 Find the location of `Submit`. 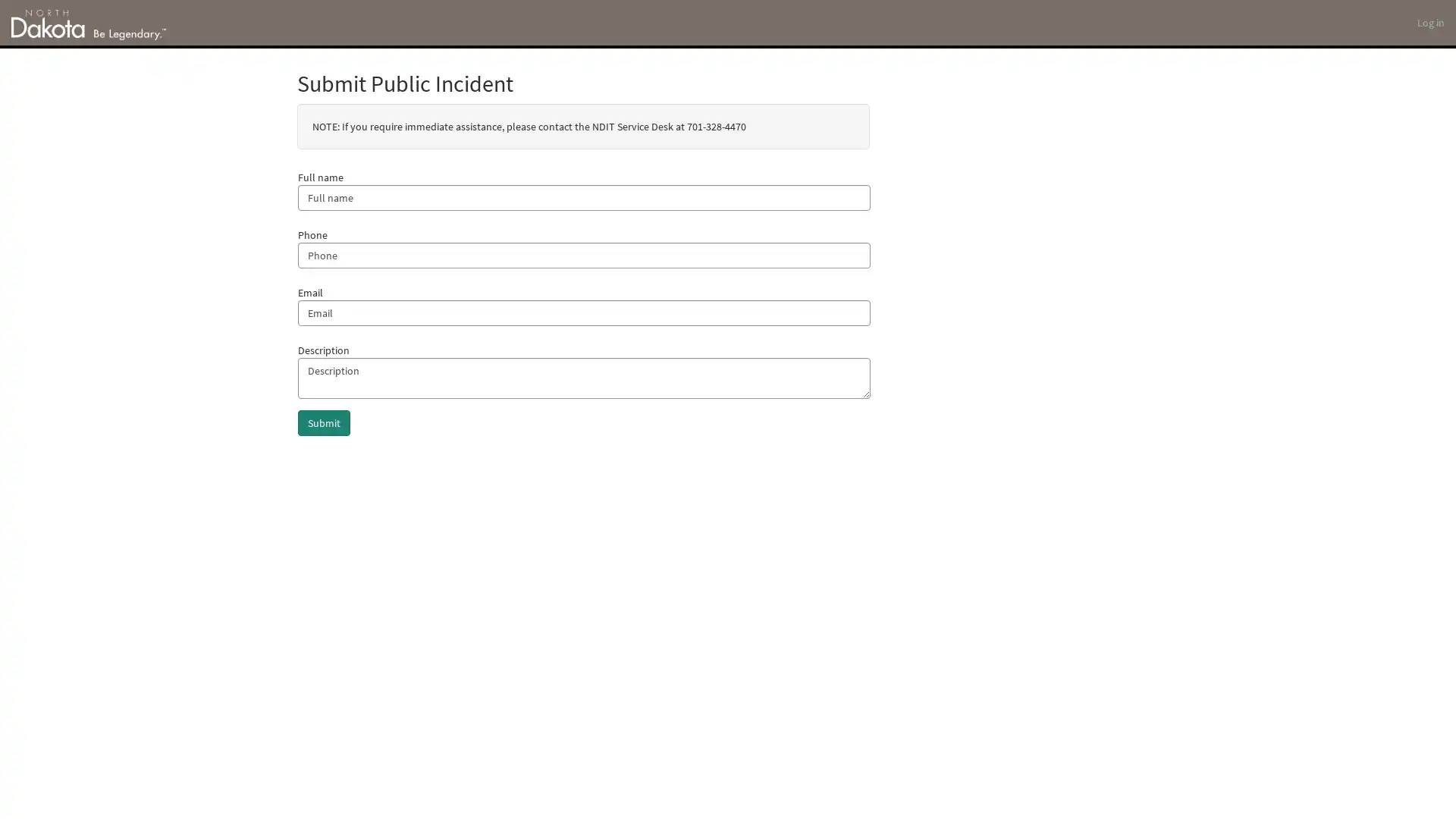

Submit is located at coordinates (322, 423).